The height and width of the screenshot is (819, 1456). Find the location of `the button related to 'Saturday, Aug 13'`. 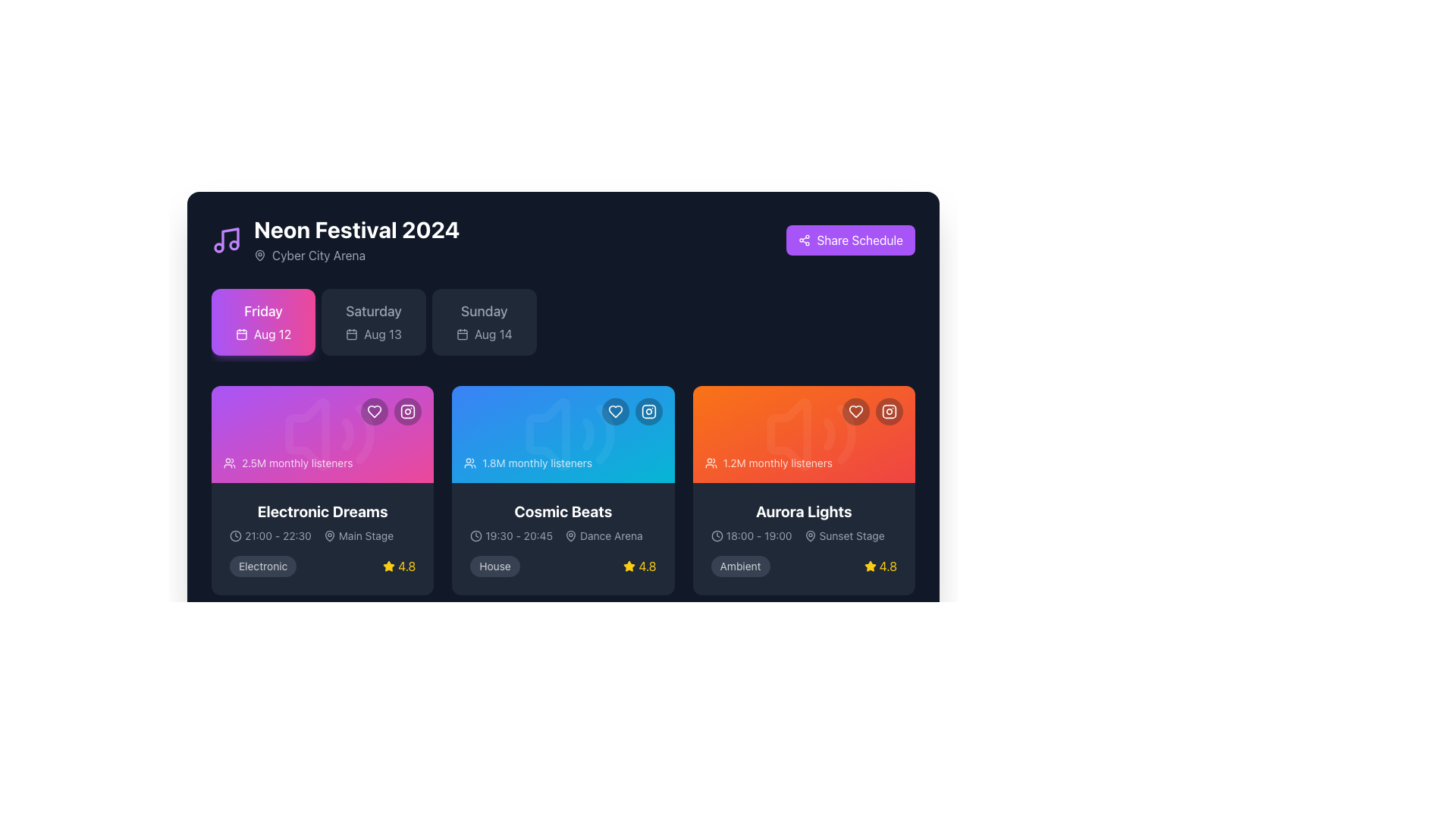

the button related to 'Saturday, Aug 13' is located at coordinates (374, 321).